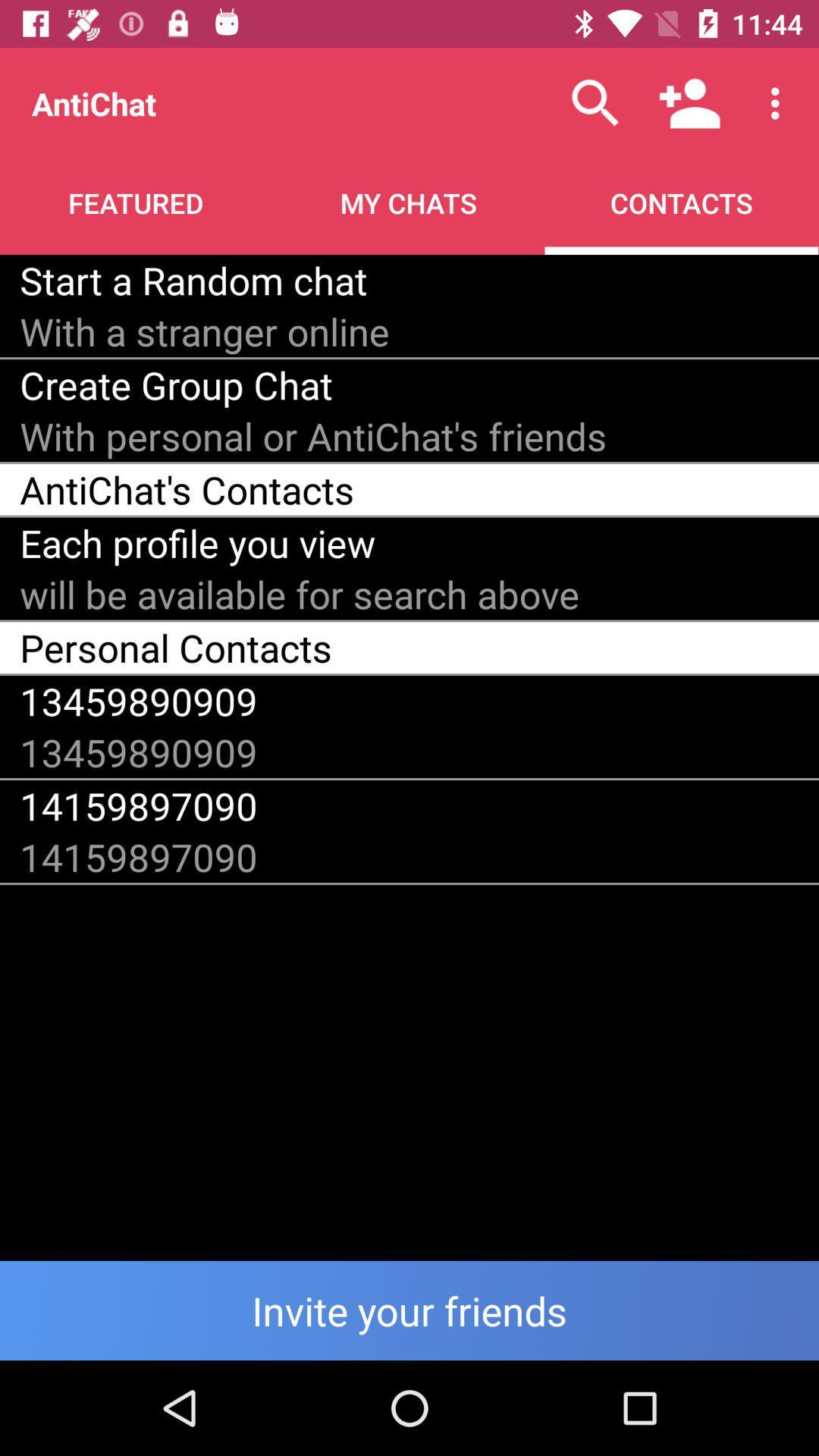 This screenshot has width=819, height=1456. Describe the element at coordinates (175, 384) in the screenshot. I see `item above with personal or` at that location.